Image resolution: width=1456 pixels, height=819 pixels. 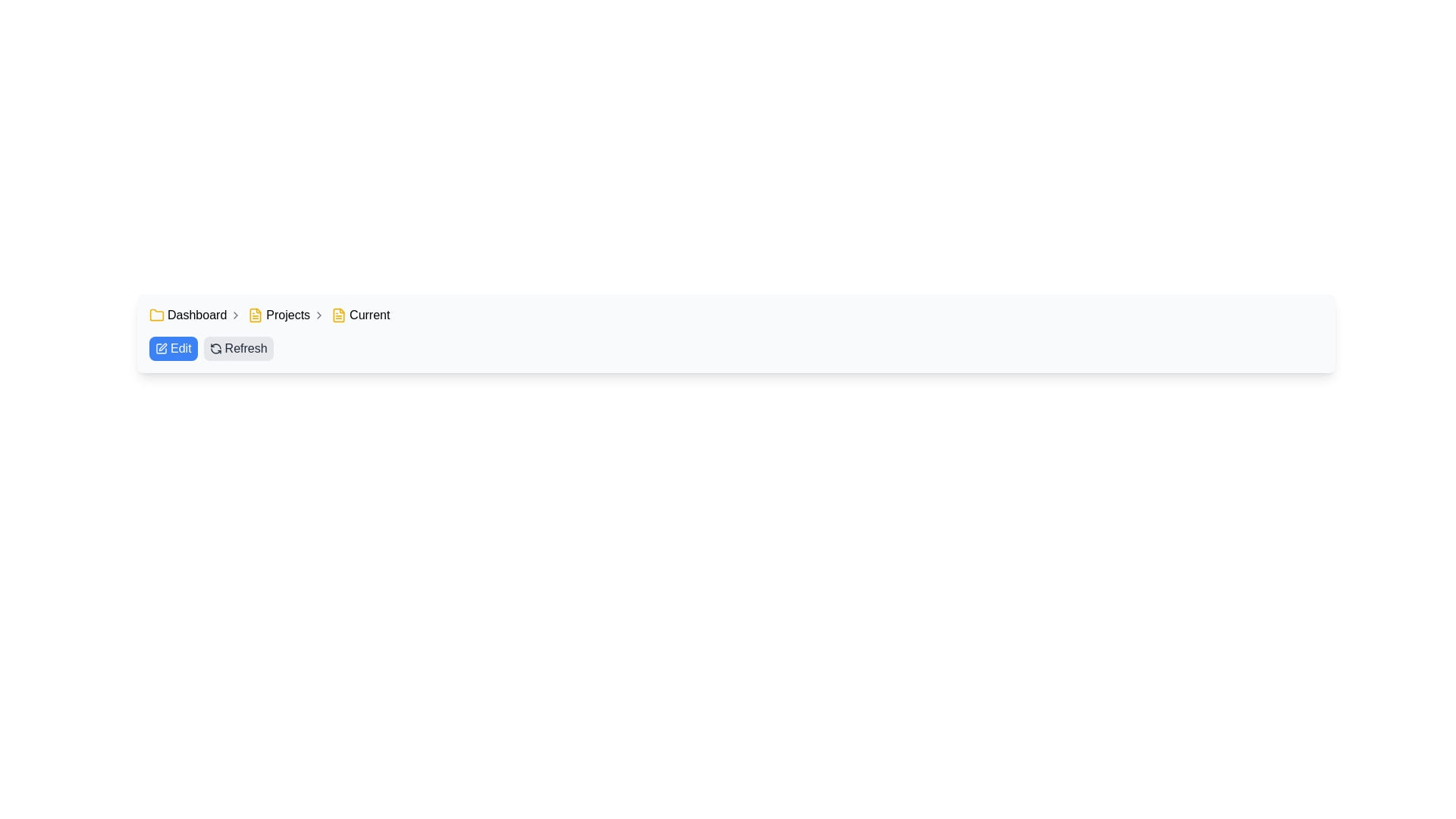 What do you see at coordinates (369, 315) in the screenshot?
I see `the static text label indicating the current page in the breadcrumb navigation bar, positioned to the right of the file icon` at bounding box center [369, 315].